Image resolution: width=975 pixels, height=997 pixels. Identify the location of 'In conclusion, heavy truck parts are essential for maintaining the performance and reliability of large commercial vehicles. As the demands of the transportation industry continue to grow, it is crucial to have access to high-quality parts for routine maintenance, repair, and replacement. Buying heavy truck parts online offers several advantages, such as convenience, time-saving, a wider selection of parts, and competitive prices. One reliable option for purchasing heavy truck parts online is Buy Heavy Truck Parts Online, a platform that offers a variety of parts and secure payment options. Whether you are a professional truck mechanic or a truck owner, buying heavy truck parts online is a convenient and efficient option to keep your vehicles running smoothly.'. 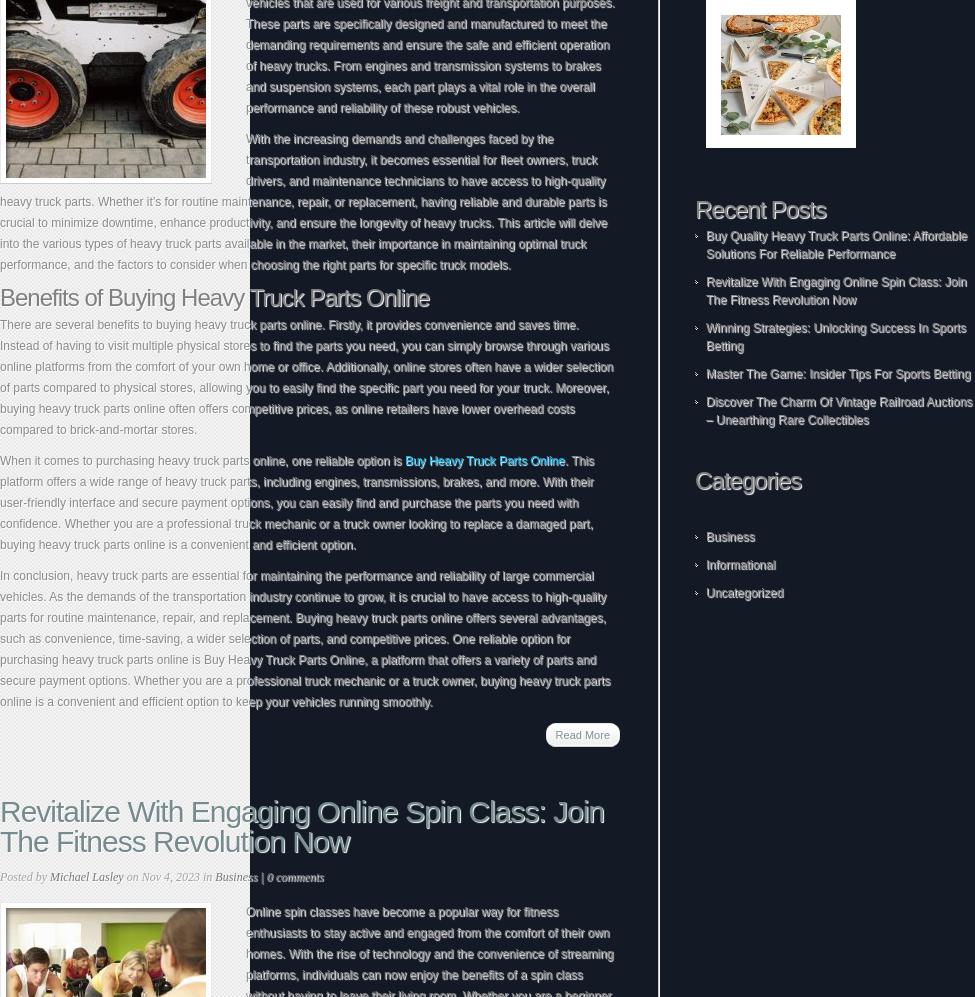
(303, 638).